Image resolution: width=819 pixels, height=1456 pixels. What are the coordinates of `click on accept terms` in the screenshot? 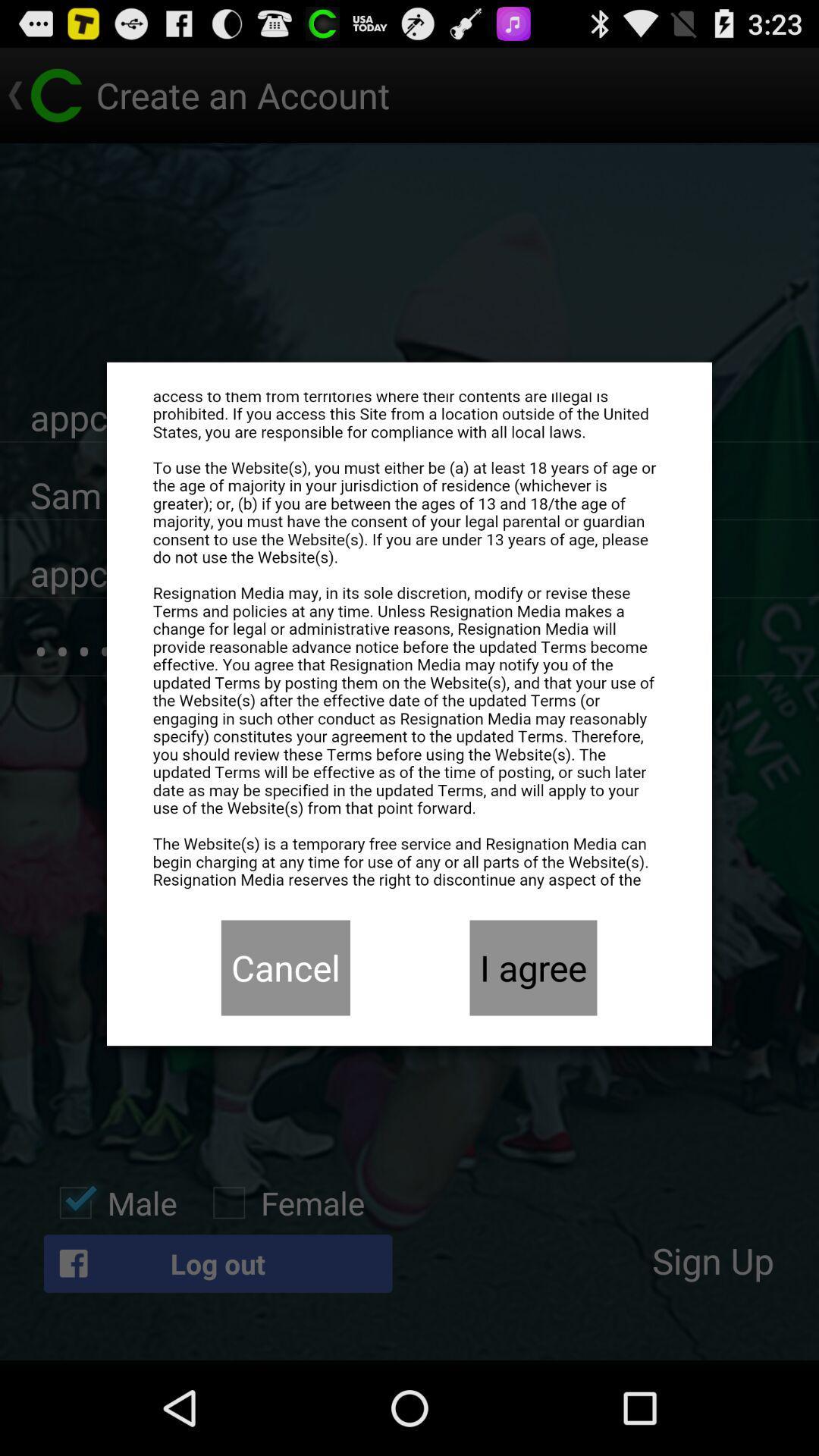 It's located at (409, 641).